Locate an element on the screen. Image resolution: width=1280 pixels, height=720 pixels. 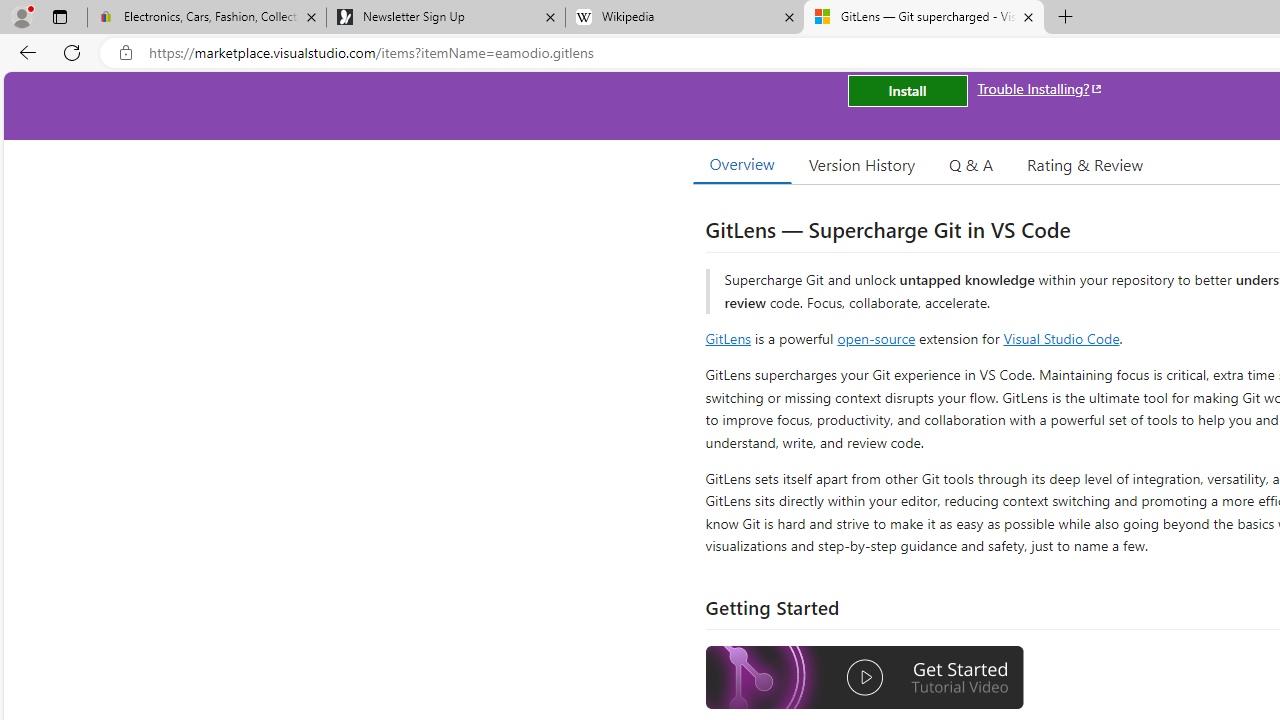
'Watch the GitLens Getting Started video' is located at coordinates (865, 679).